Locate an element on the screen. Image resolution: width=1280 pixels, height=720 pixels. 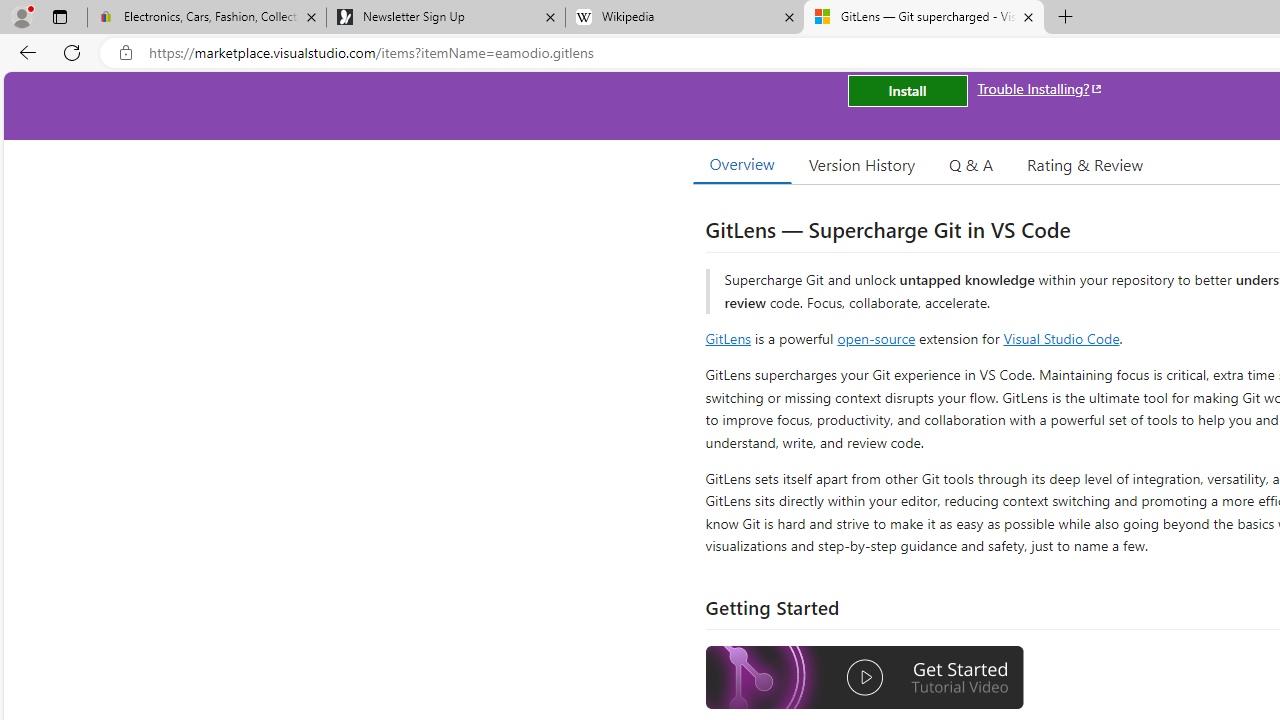
'Watch the GitLens Getting Started video' is located at coordinates (865, 679).